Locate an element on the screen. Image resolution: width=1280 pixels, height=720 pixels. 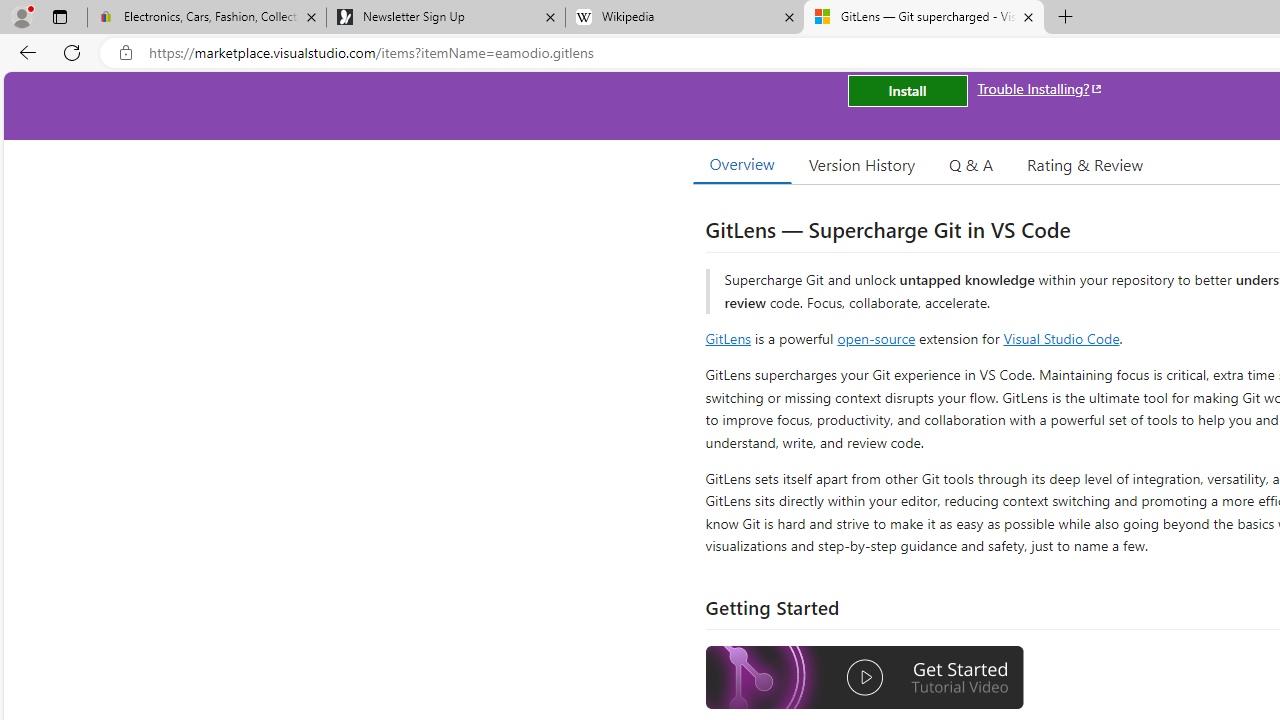
'Watch the GitLens Getting Started video' is located at coordinates (865, 679).